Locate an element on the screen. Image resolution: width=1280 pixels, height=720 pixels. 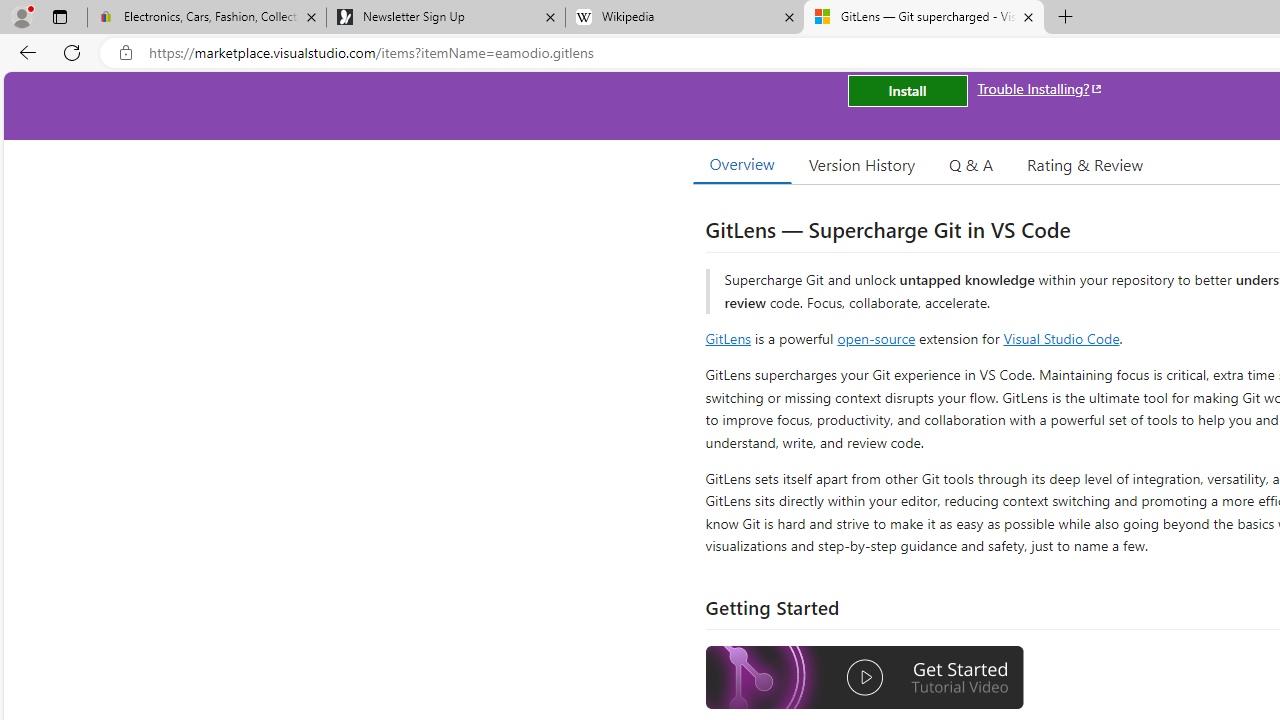
'Watch the GitLens Getting Started video' is located at coordinates (865, 679).